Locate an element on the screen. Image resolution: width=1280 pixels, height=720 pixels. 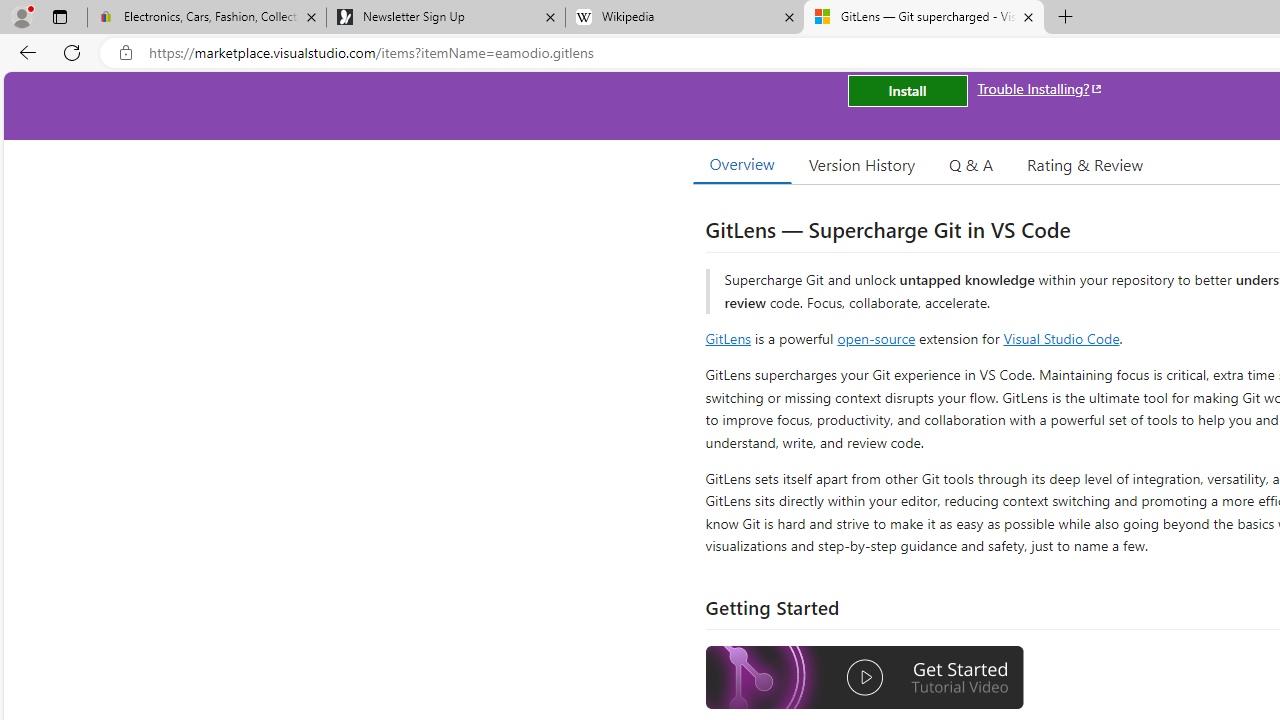
'Watch the GitLens Getting Started video' is located at coordinates (865, 679).